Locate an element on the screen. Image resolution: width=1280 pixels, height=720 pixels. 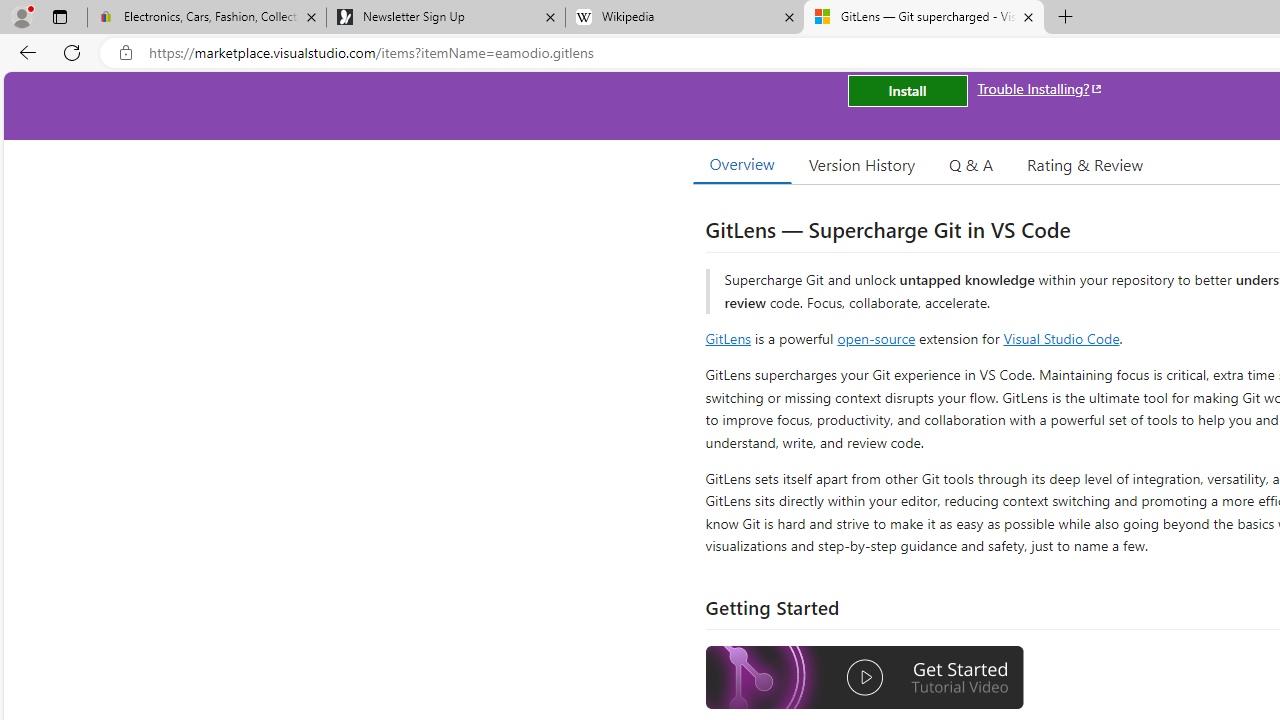
'Watch the GitLens Getting Started video' is located at coordinates (865, 679).